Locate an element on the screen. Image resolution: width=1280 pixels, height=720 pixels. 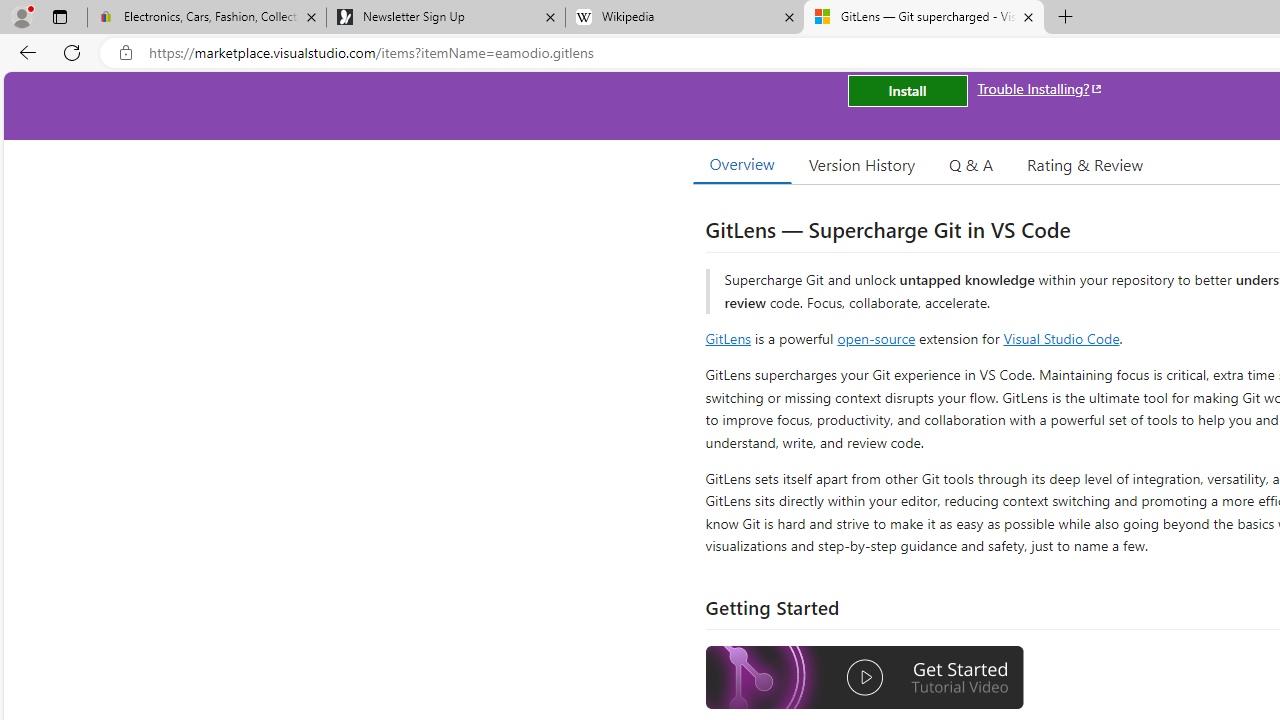
'Watch the GitLens Getting Started video' is located at coordinates (865, 679).